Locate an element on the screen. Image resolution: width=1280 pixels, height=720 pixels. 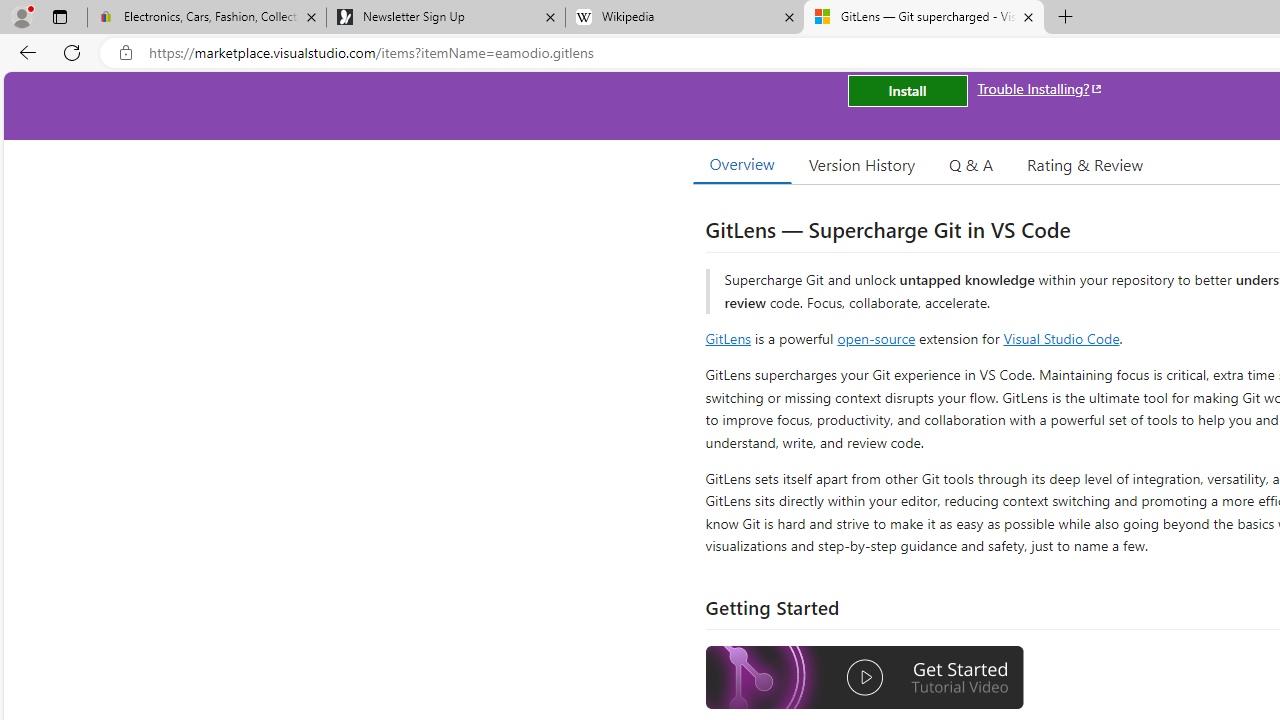
'Watch the GitLens Getting Started video' is located at coordinates (865, 679).